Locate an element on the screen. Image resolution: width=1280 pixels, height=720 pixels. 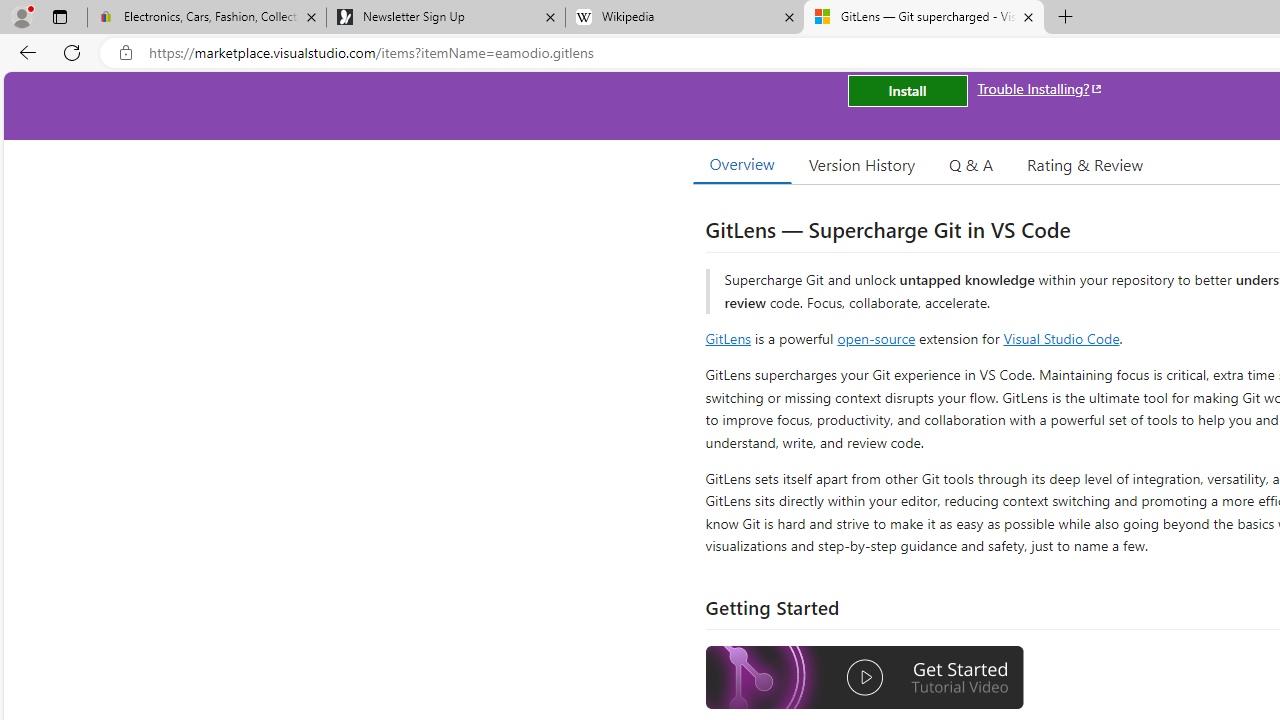
'Watch the GitLens Getting Started video' is located at coordinates (865, 679).